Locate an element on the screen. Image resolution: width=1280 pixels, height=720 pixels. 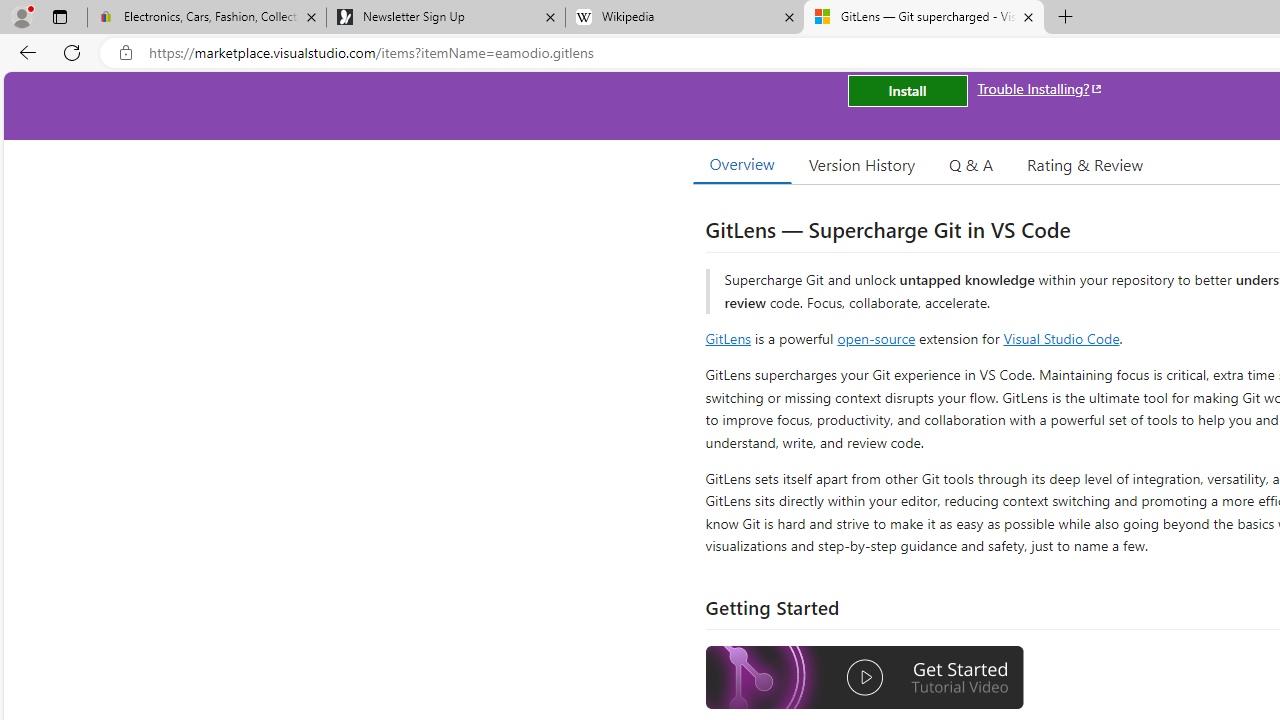
'Watch the GitLens Getting Started video' is located at coordinates (865, 679).